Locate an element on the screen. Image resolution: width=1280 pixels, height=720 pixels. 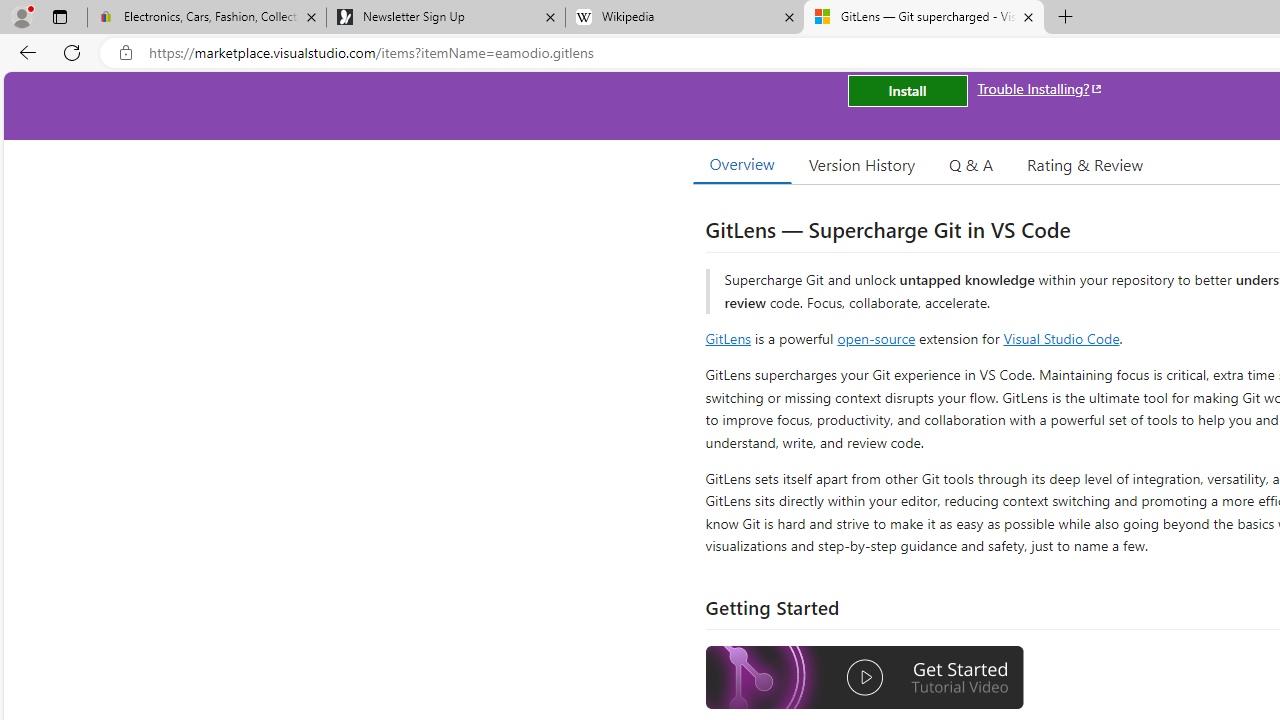
'Watch the GitLens Getting Started video' is located at coordinates (865, 679).